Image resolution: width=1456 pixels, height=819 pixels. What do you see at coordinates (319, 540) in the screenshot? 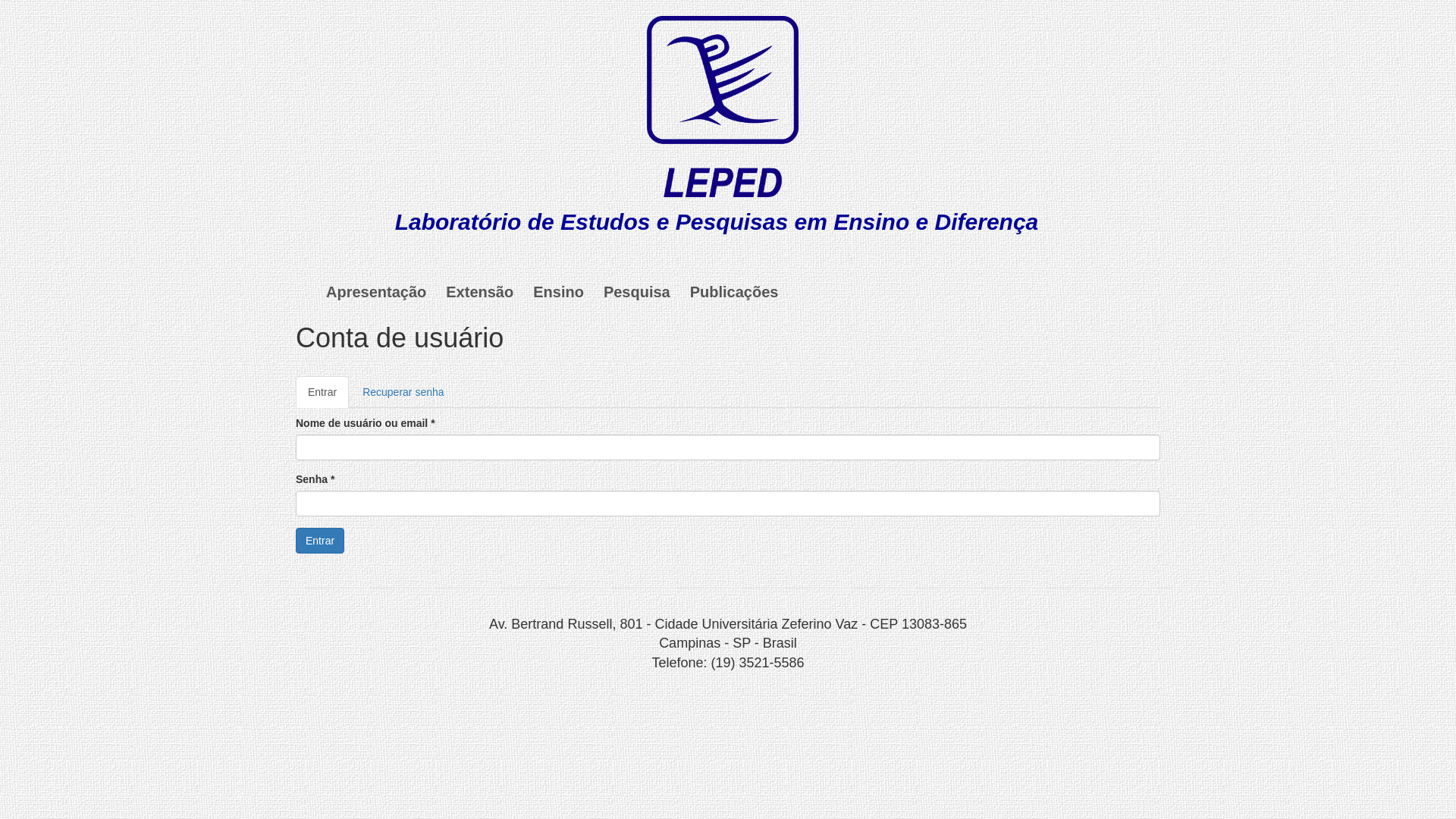
I see `'Entrar'` at bounding box center [319, 540].